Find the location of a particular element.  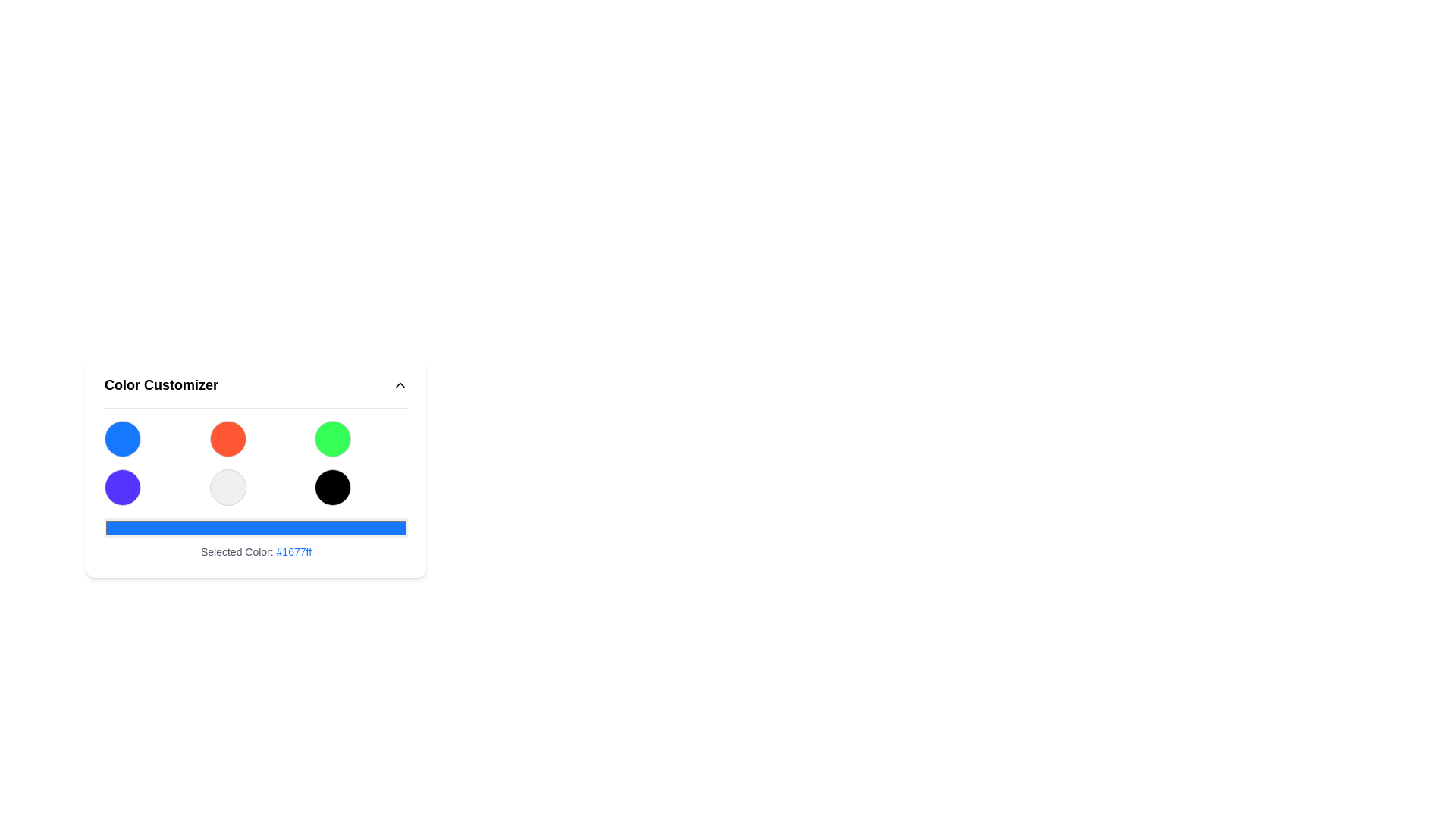

the button located at the bottom left corner of the color customization grid is located at coordinates (123, 488).